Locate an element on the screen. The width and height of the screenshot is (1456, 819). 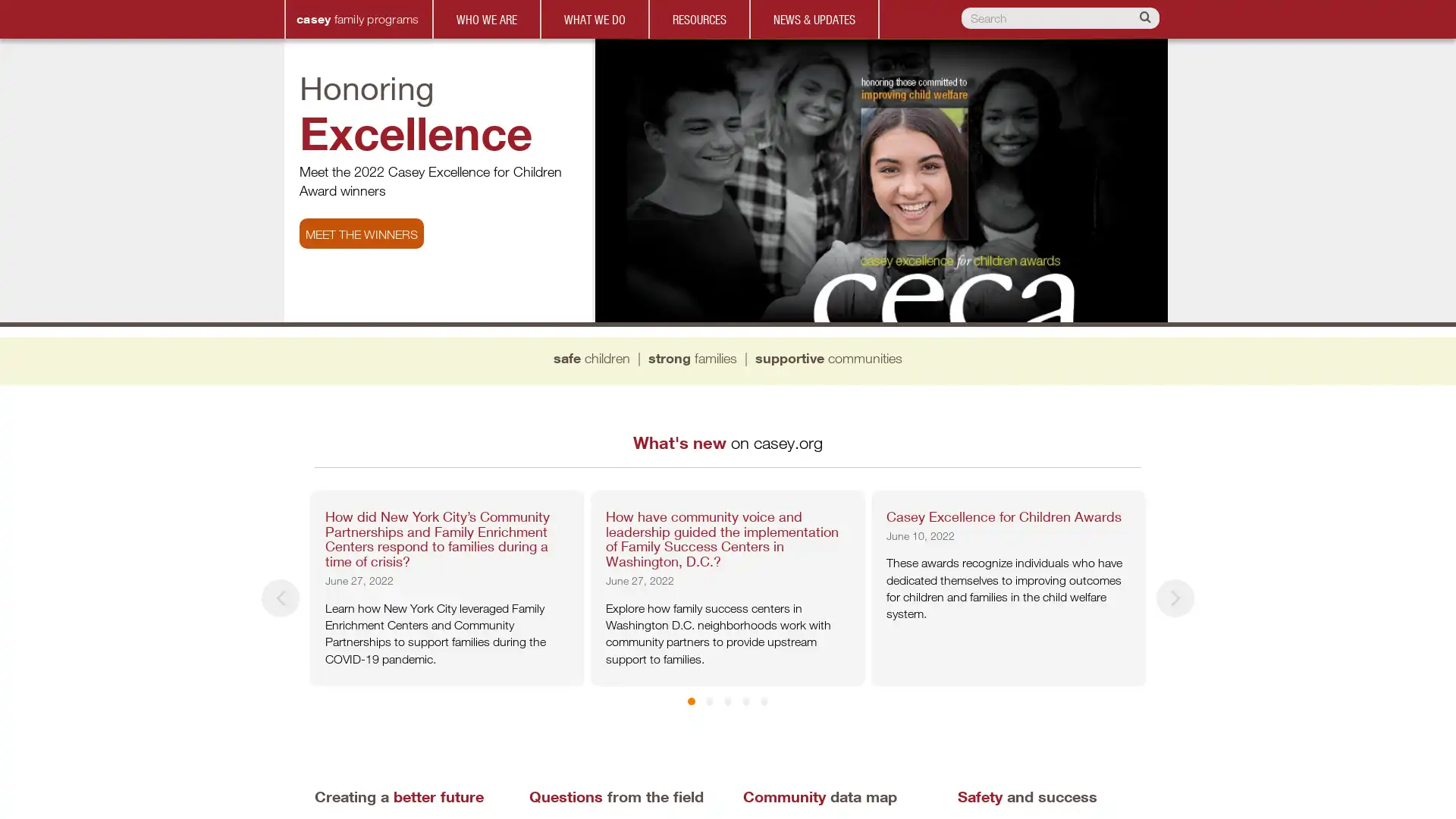
Slide group 3 is located at coordinates (736, 701).